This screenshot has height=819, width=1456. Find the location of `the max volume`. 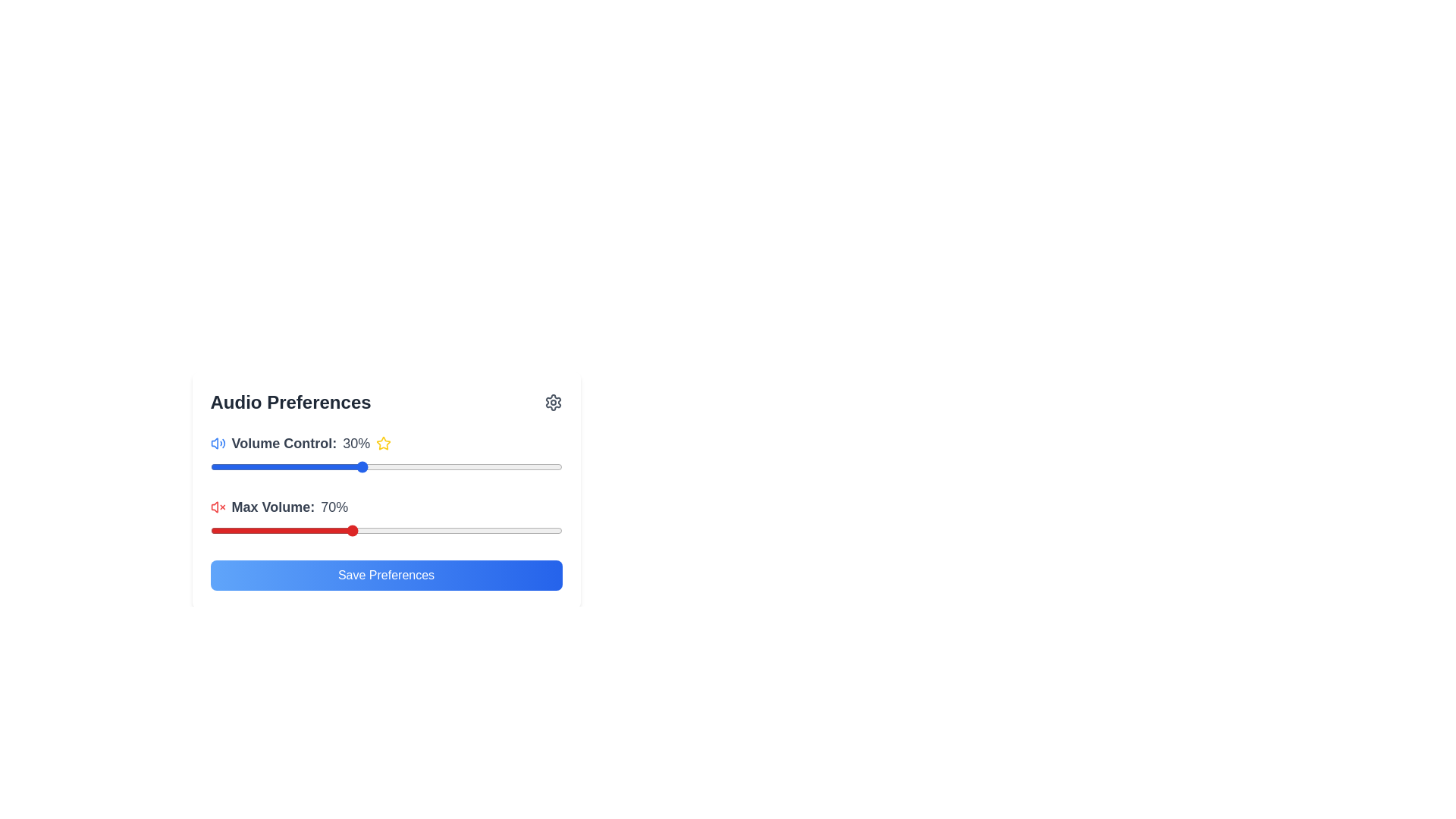

the max volume is located at coordinates (407, 529).